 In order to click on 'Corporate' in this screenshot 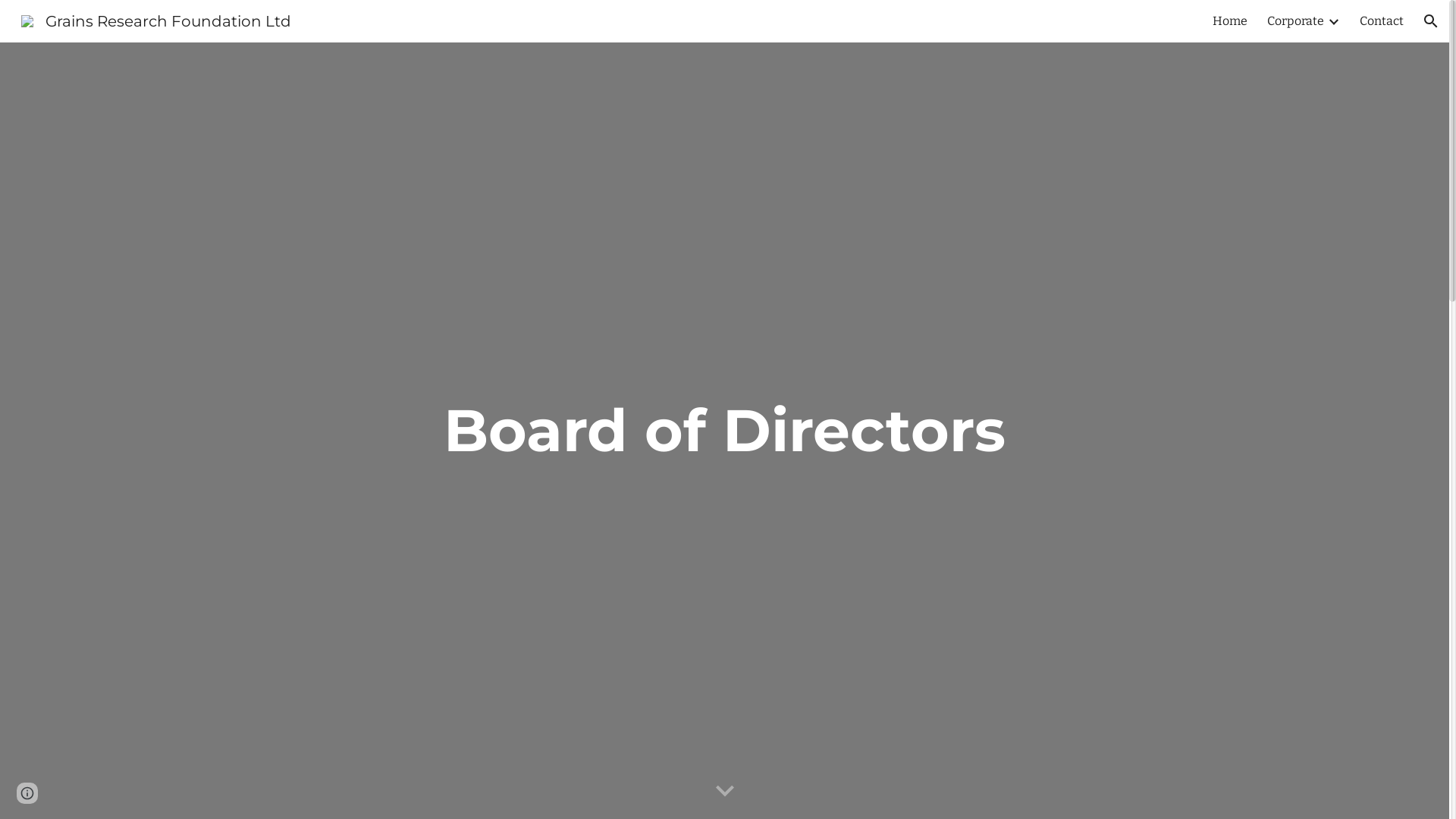, I will do `click(1294, 20)`.